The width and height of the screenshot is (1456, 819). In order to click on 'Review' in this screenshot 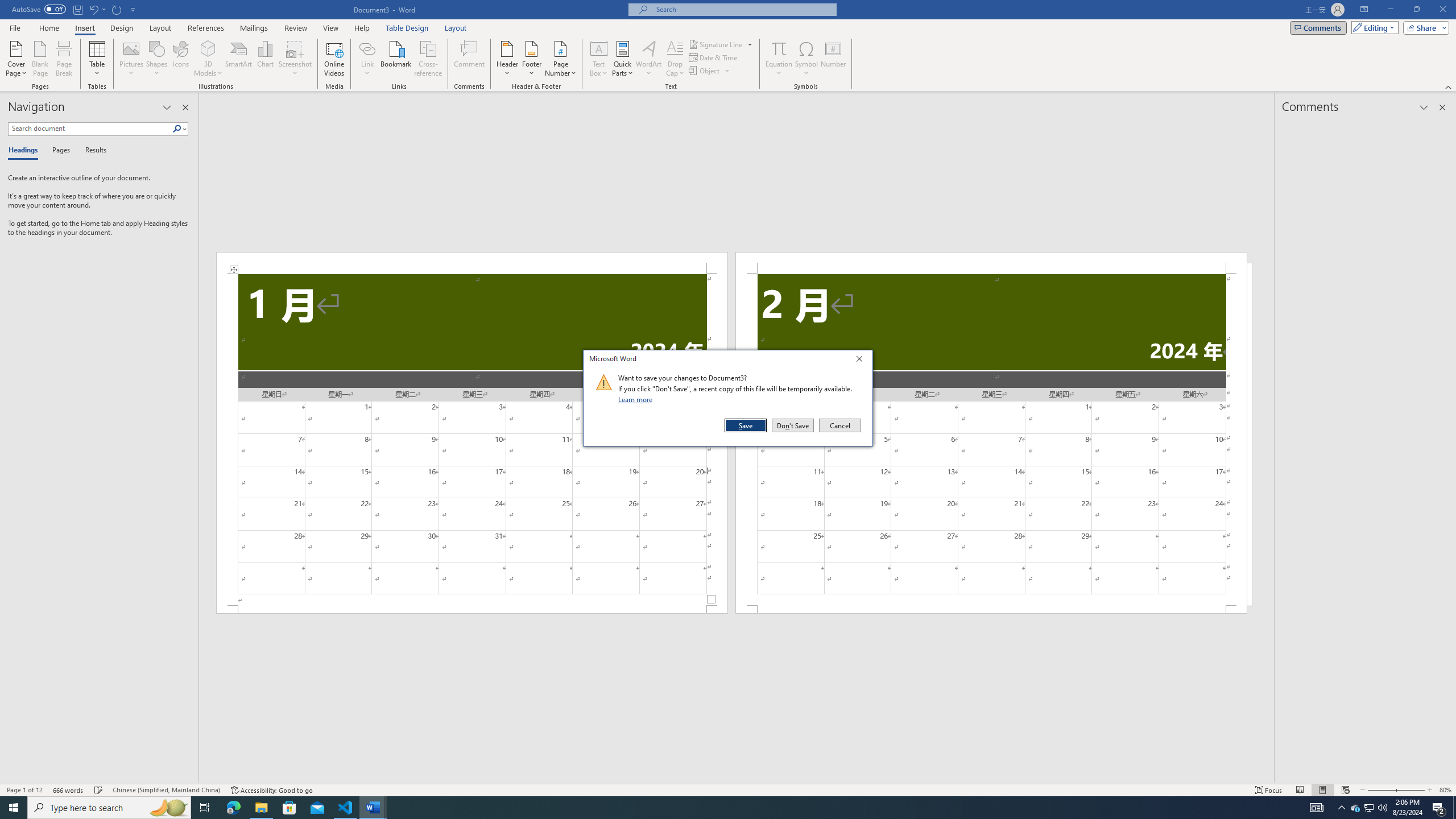, I will do `click(295, 28)`.